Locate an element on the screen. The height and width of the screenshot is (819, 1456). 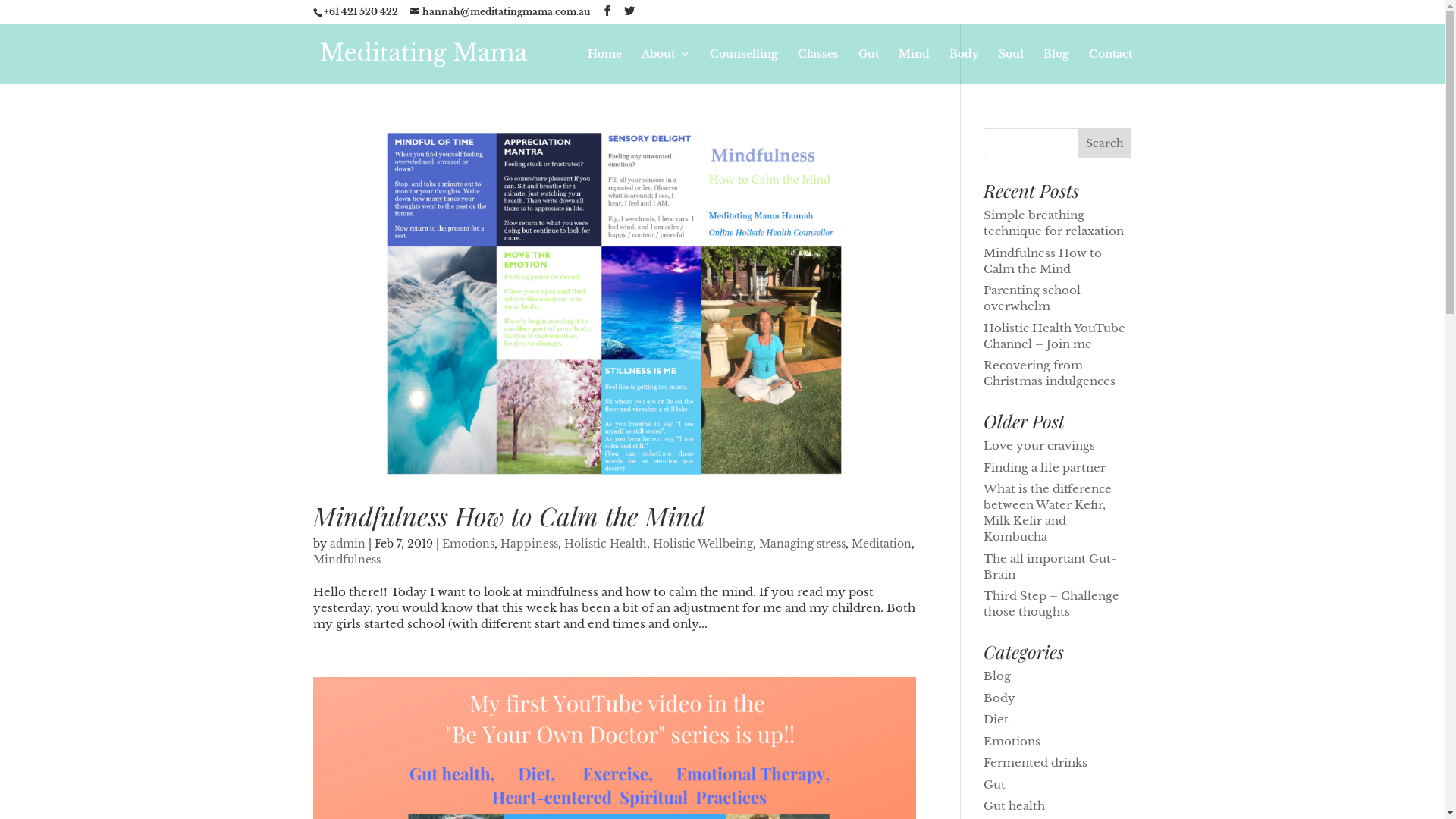
'Simple breathing technique for relaxation' is located at coordinates (1053, 222).